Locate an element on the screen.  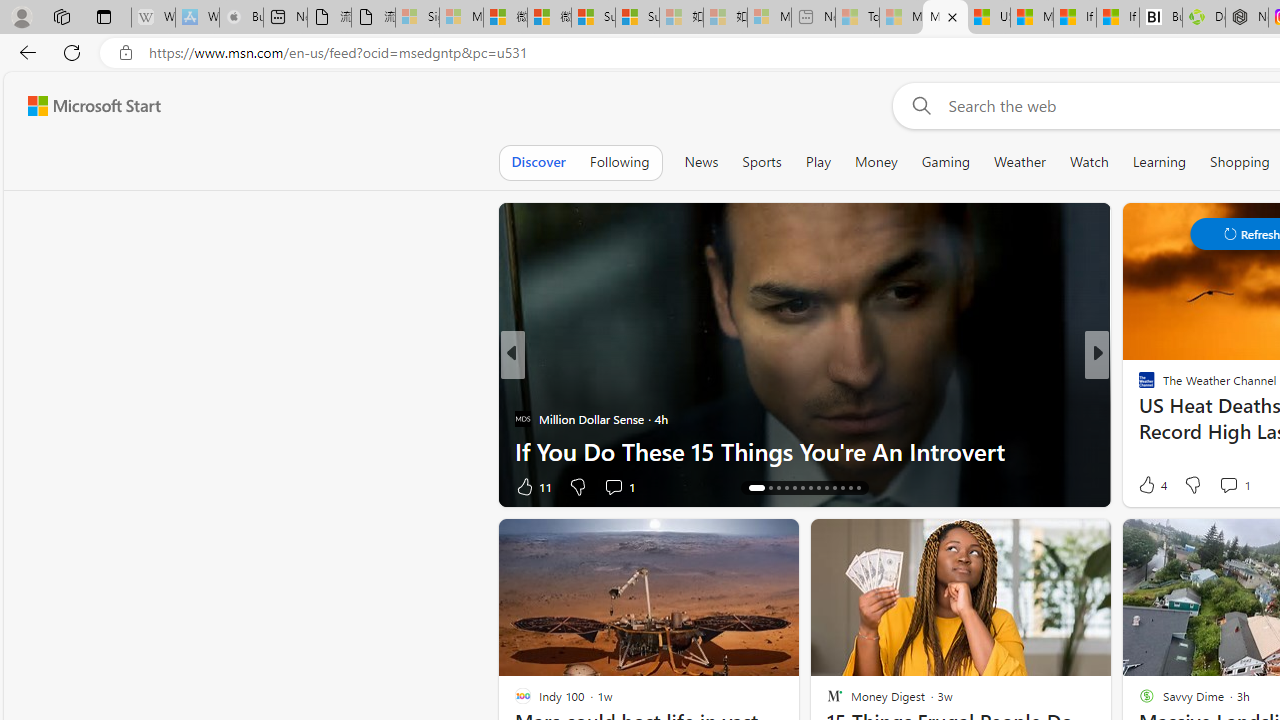
'AutomationID: tab-26' is located at coordinates (858, 488).